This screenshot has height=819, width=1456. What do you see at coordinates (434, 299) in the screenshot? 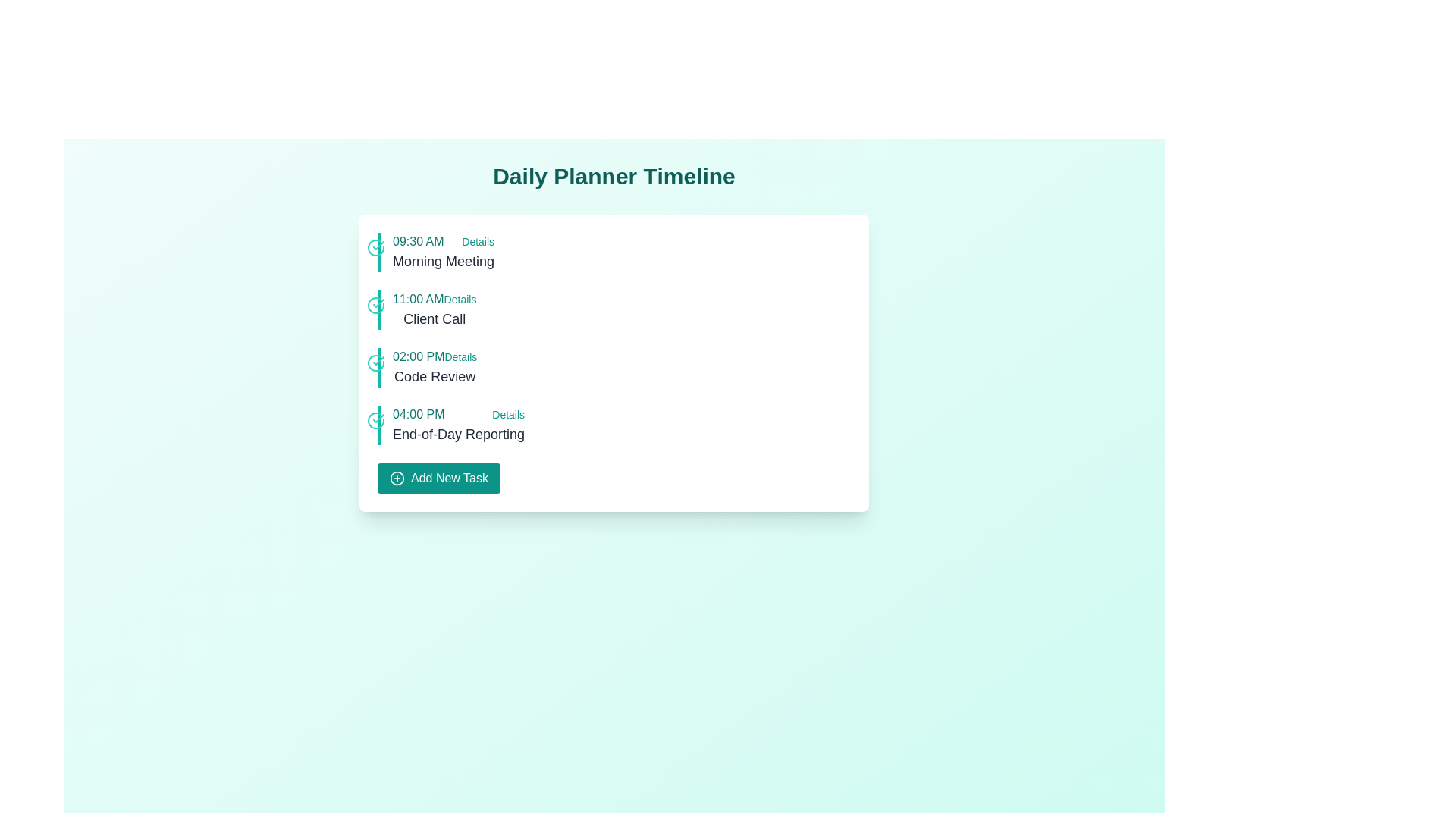
I see `the 'Details' link in the Time-slot entry displaying '11:00 AM', which is positioned between '09:30 AM Morning Meeting' and '02:00 PM Code Review'` at bounding box center [434, 299].